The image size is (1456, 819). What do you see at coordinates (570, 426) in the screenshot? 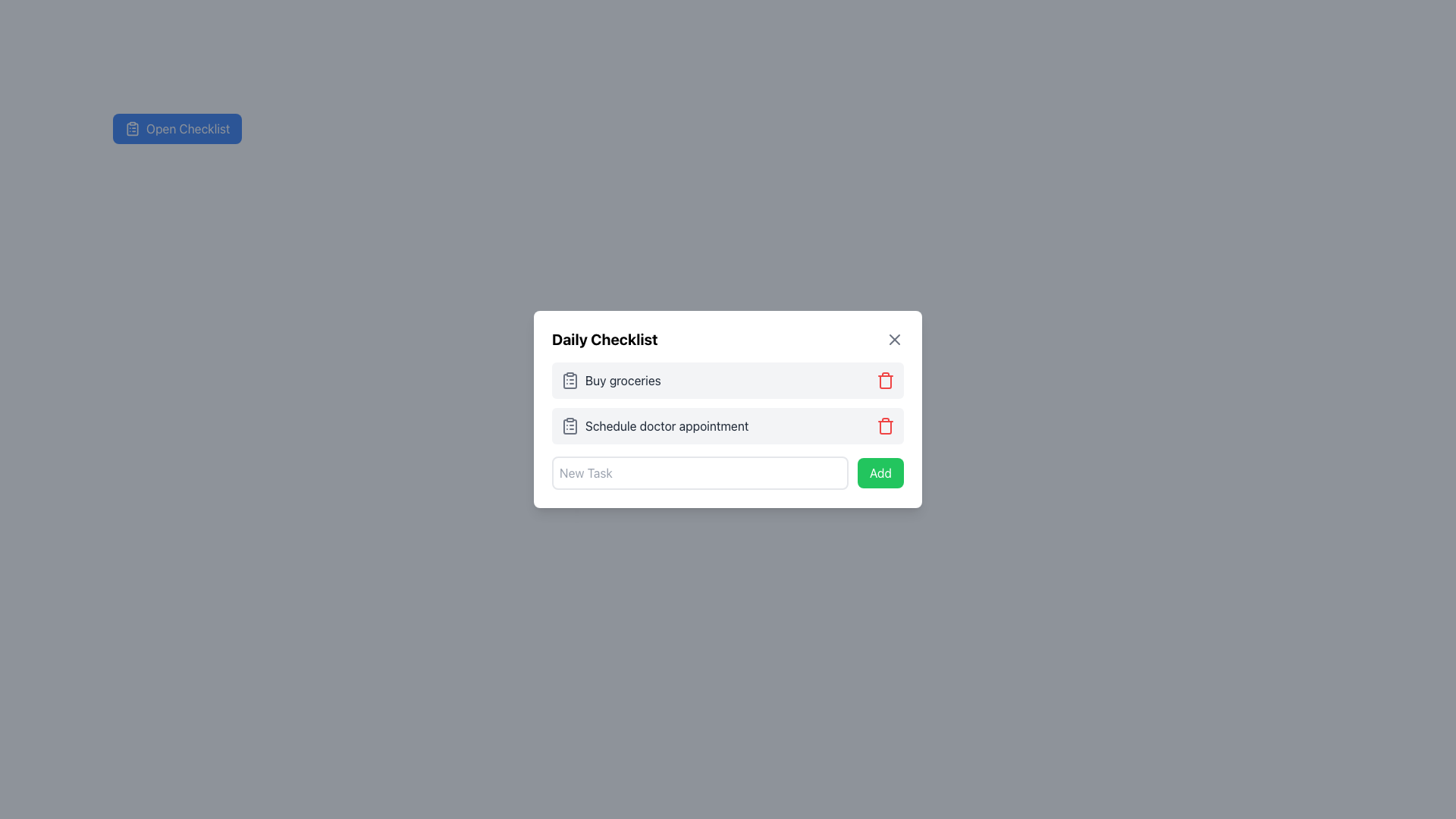
I see `the clipboard icon, which is characterized by a rectangular shape with rounded corners and a smaller protruding rectangle at the top, located to the left of the text 'Schedule doctor appointment' in the 'Daily Checklist' modal dialog box` at bounding box center [570, 426].